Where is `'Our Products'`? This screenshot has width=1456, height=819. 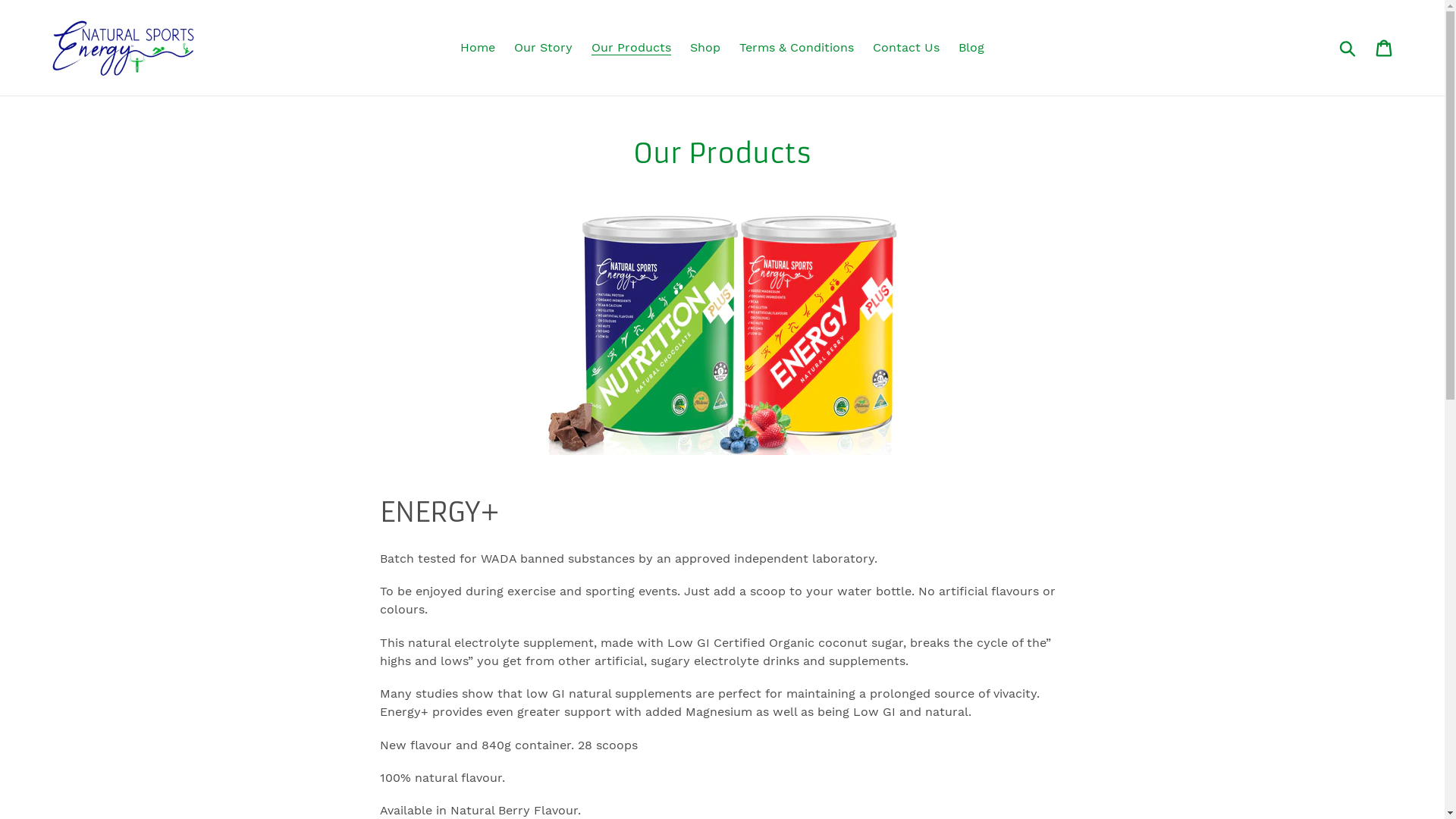
'Our Products' is located at coordinates (631, 46).